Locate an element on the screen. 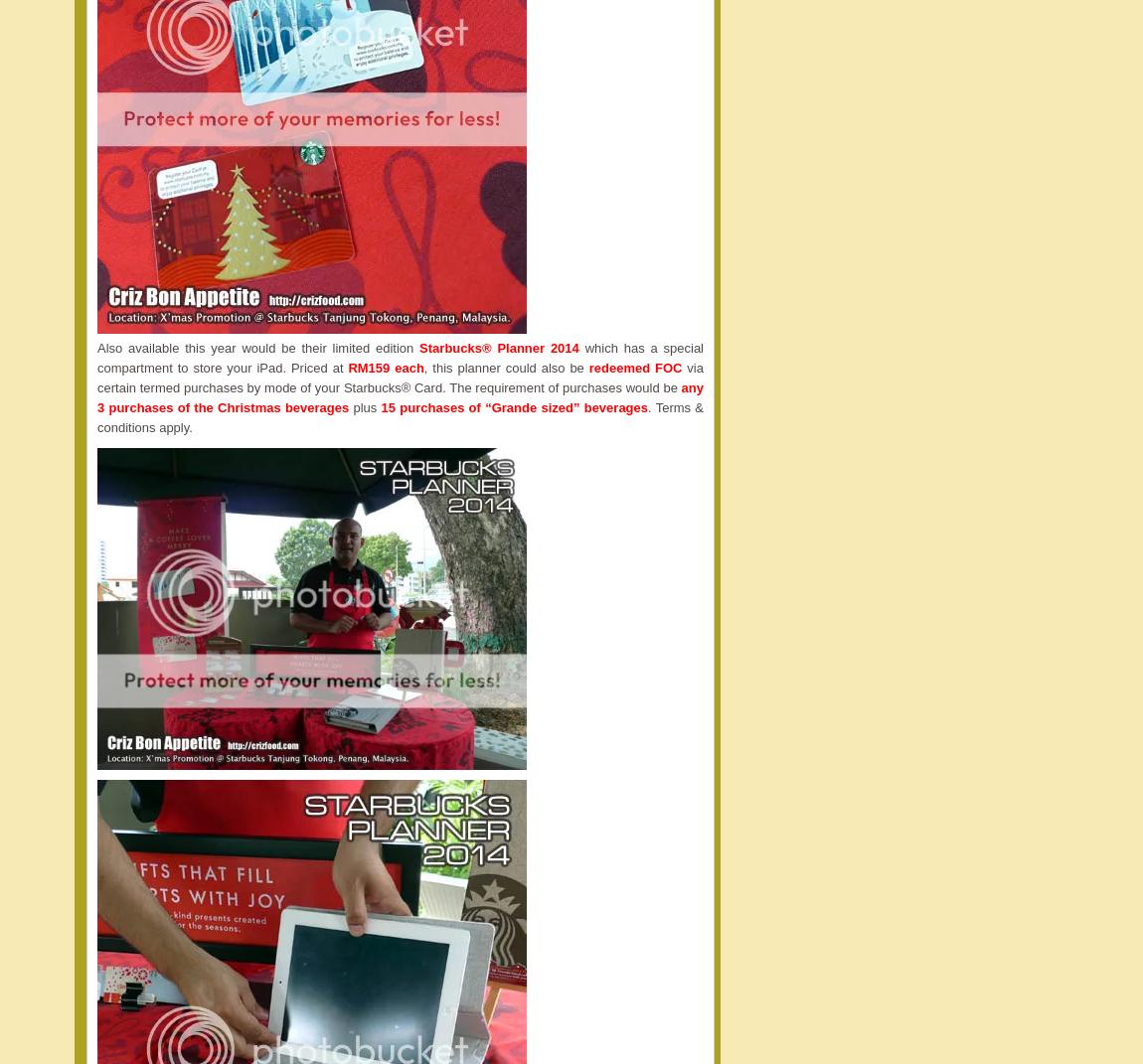  'via certain termed purchases by mode of your Starbucks® Card. The requirement of purchases would be' is located at coordinates (400, 377).